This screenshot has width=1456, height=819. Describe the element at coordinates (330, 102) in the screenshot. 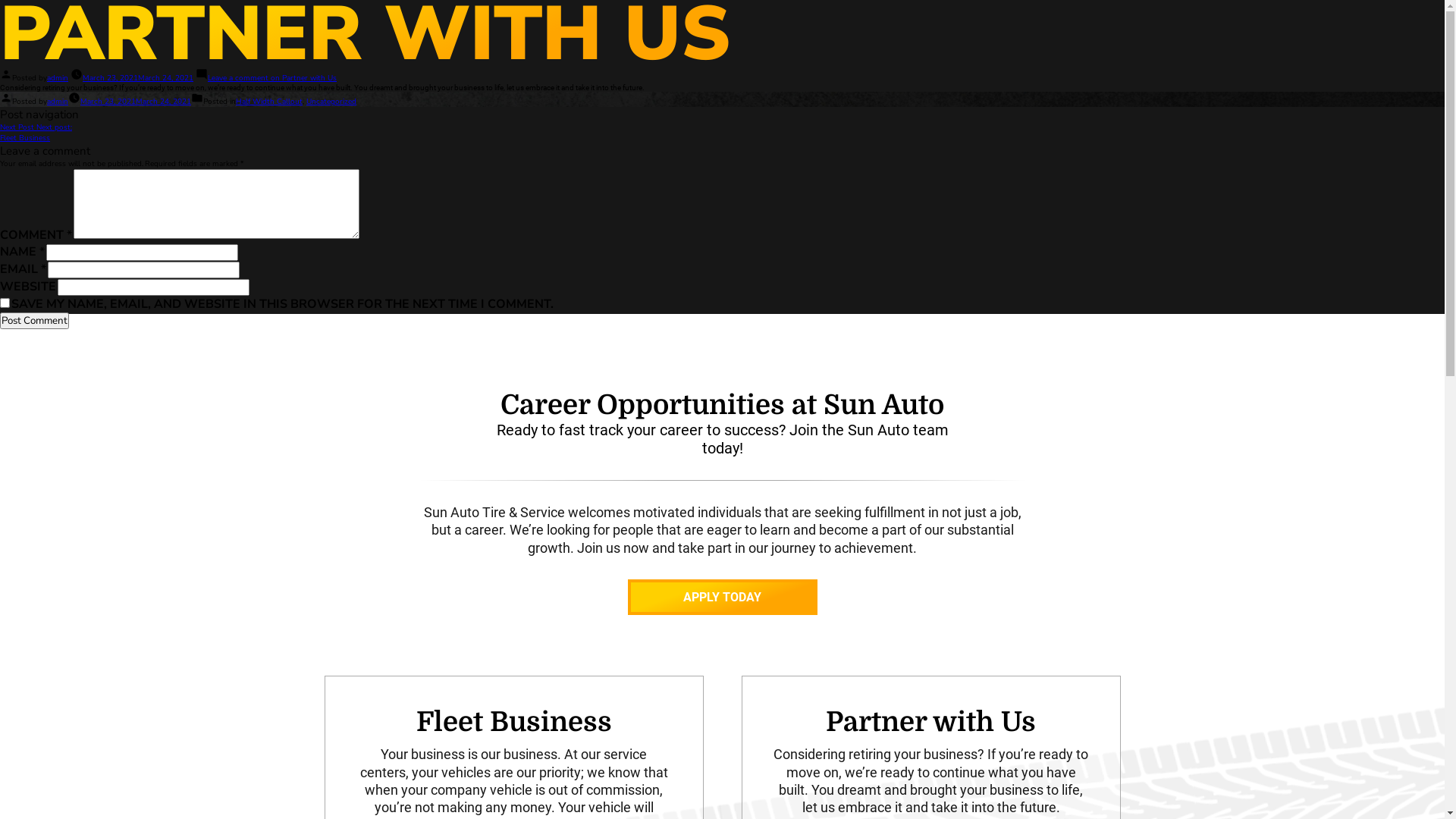

I see `'Uncategorized'` at that location.